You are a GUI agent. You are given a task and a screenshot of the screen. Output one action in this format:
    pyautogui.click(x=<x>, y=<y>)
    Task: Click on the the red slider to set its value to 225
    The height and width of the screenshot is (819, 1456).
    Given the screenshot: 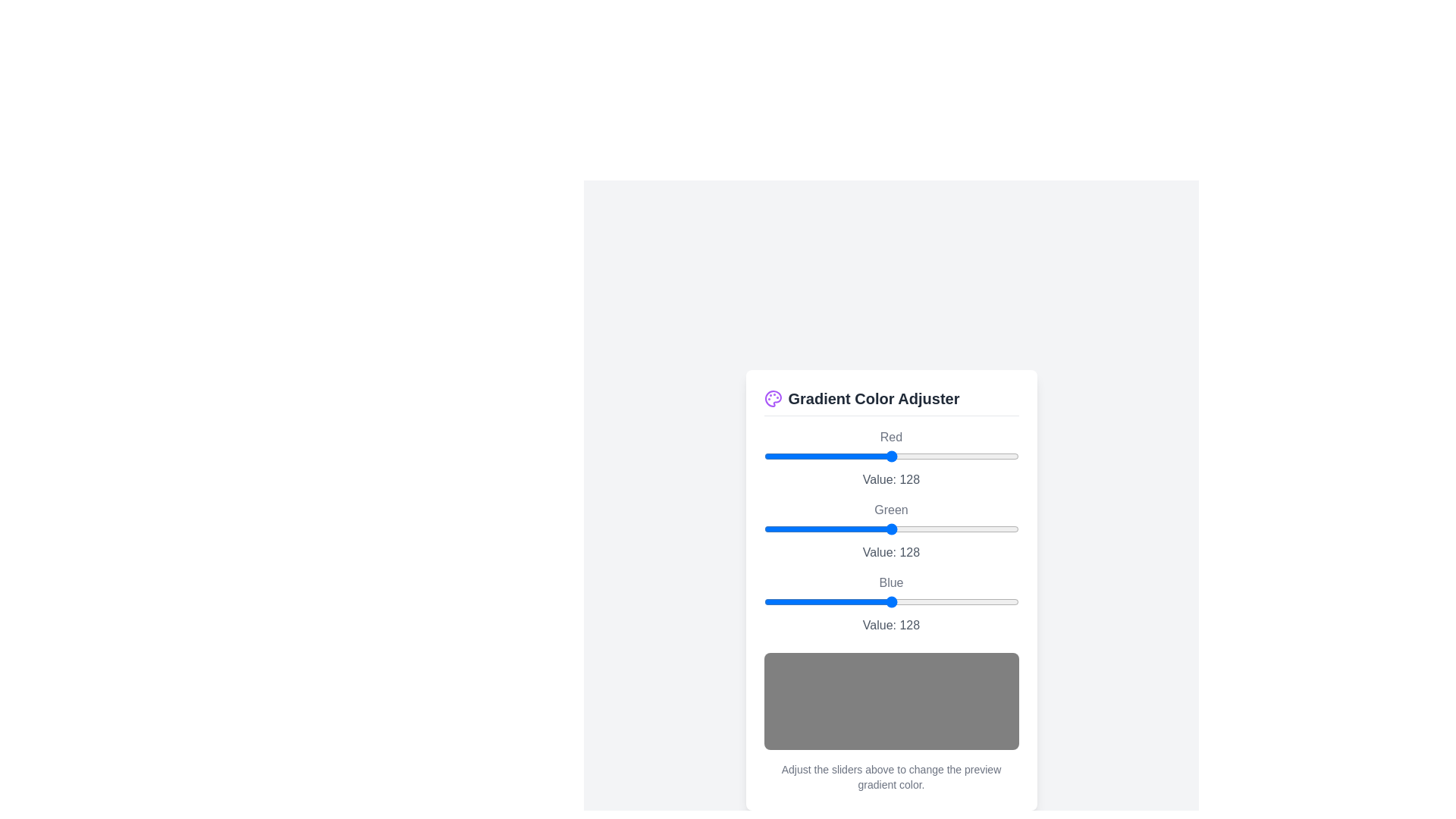 What is the action you would take?
    pyautogui.click(x=989, y=455)
    